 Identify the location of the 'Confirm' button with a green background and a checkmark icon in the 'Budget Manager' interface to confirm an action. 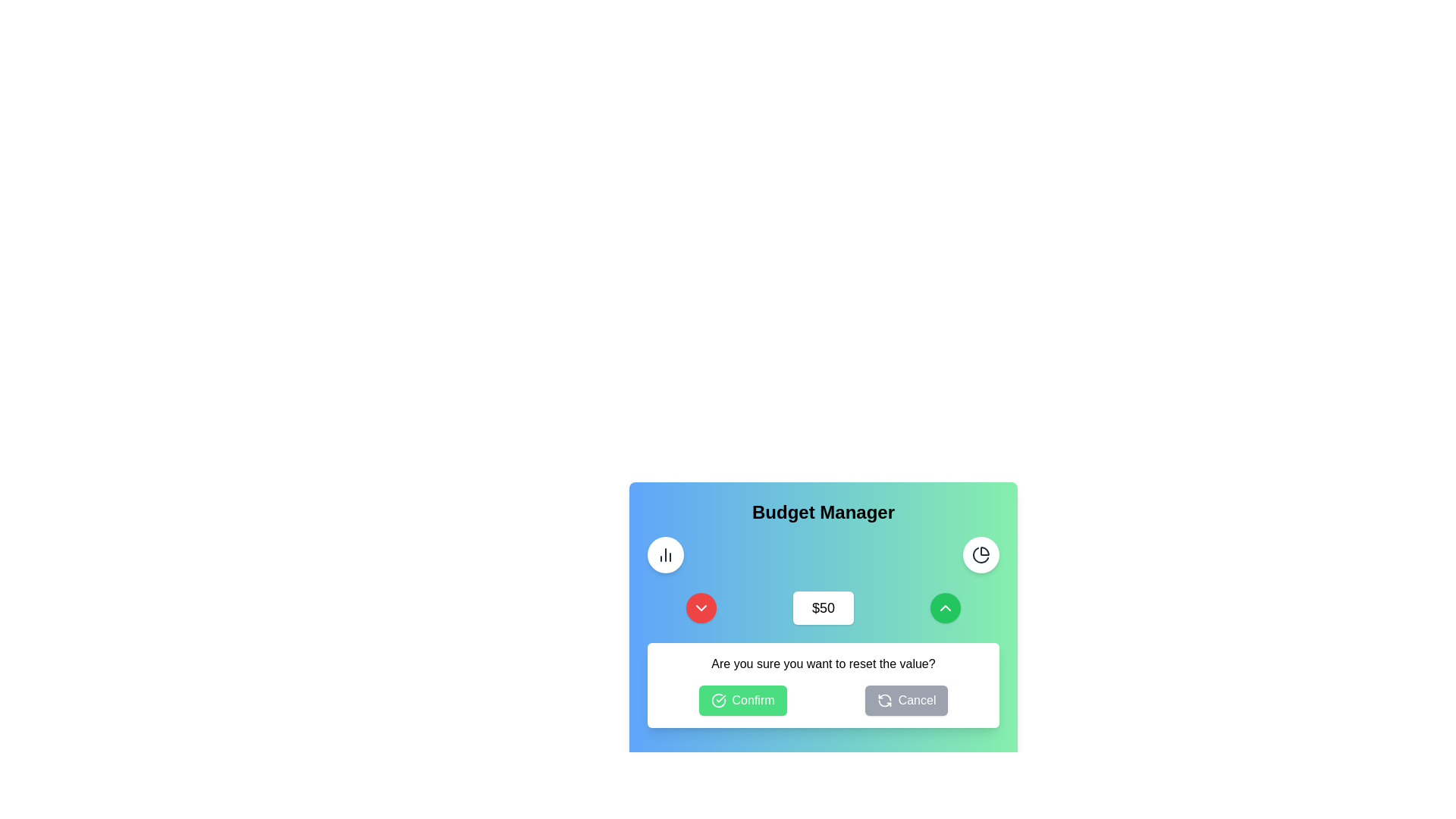
(742, 701).